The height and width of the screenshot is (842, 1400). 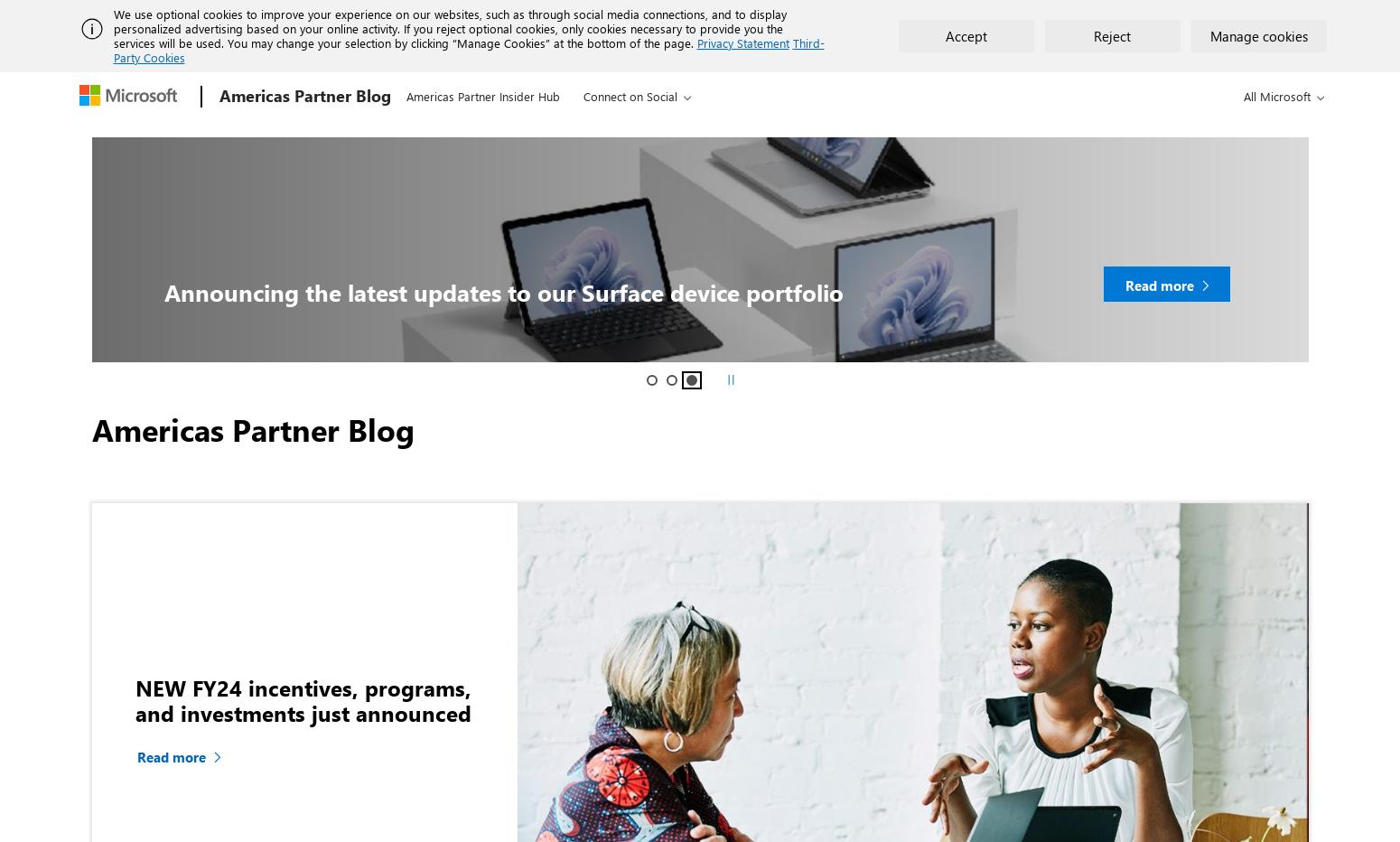 What do you see at coordinates (530, 127) in the screenshot?
I see `'The new MSP Partner Community is being created so we can learn from, and share the latest news and advancements with, our Managed Service Provider partners. To kick off our new community, we’ll be hosting an inaugural Microsoft MSP Summit on November 2, 2023.'` at bounding box center [530, 127].